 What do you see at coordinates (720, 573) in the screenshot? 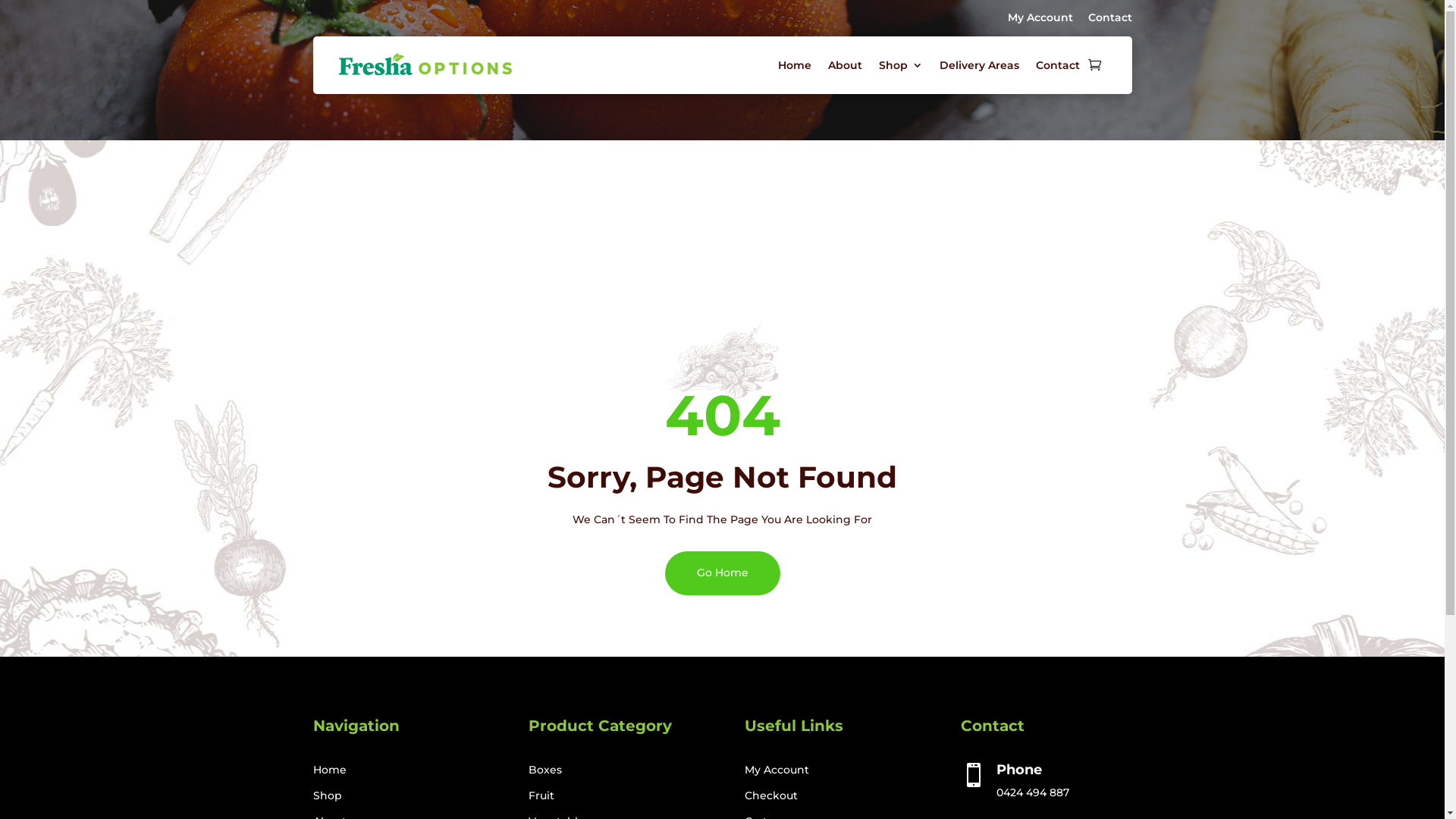
I see `'Go Home'` at bounding box center [720, 573].